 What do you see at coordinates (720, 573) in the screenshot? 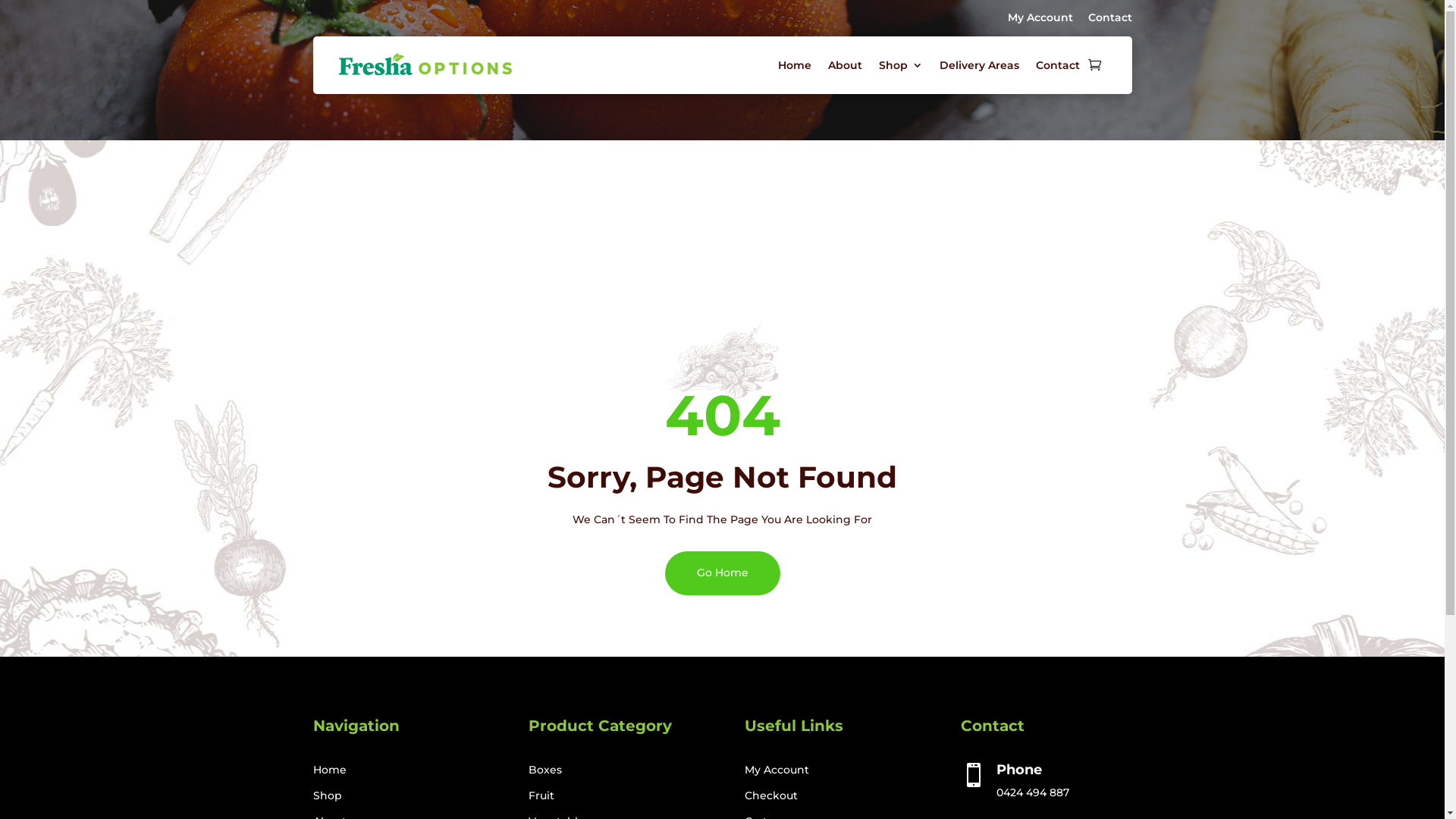
I see `'Go Home'` at bounding box center [720, 573].